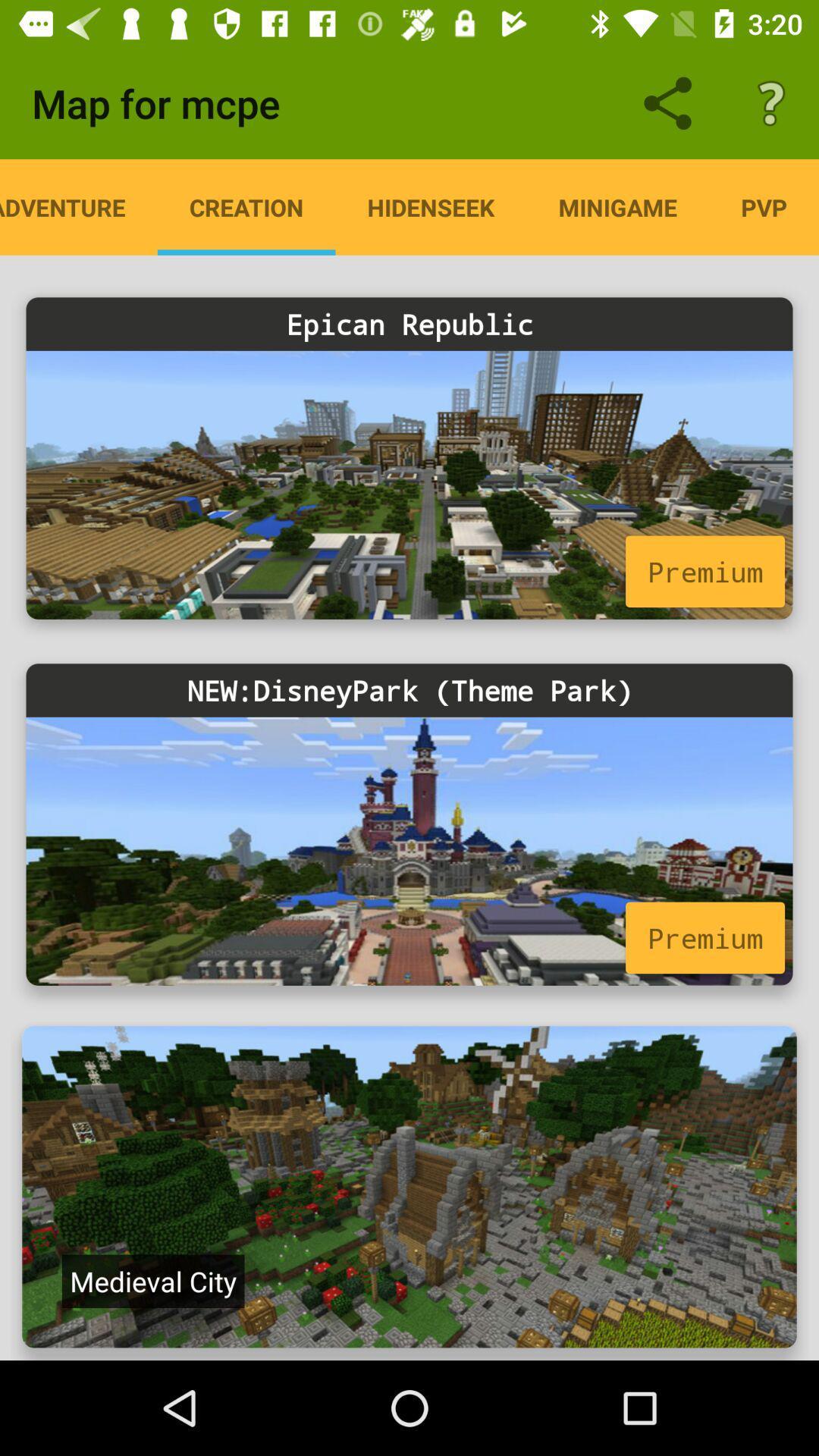 Image resolution: width=819 pixels, height=1456 pixels. What do you see at coordinates (409, 851) in the screenshot?
I see `advertisement` at bounding box center [409, 851].